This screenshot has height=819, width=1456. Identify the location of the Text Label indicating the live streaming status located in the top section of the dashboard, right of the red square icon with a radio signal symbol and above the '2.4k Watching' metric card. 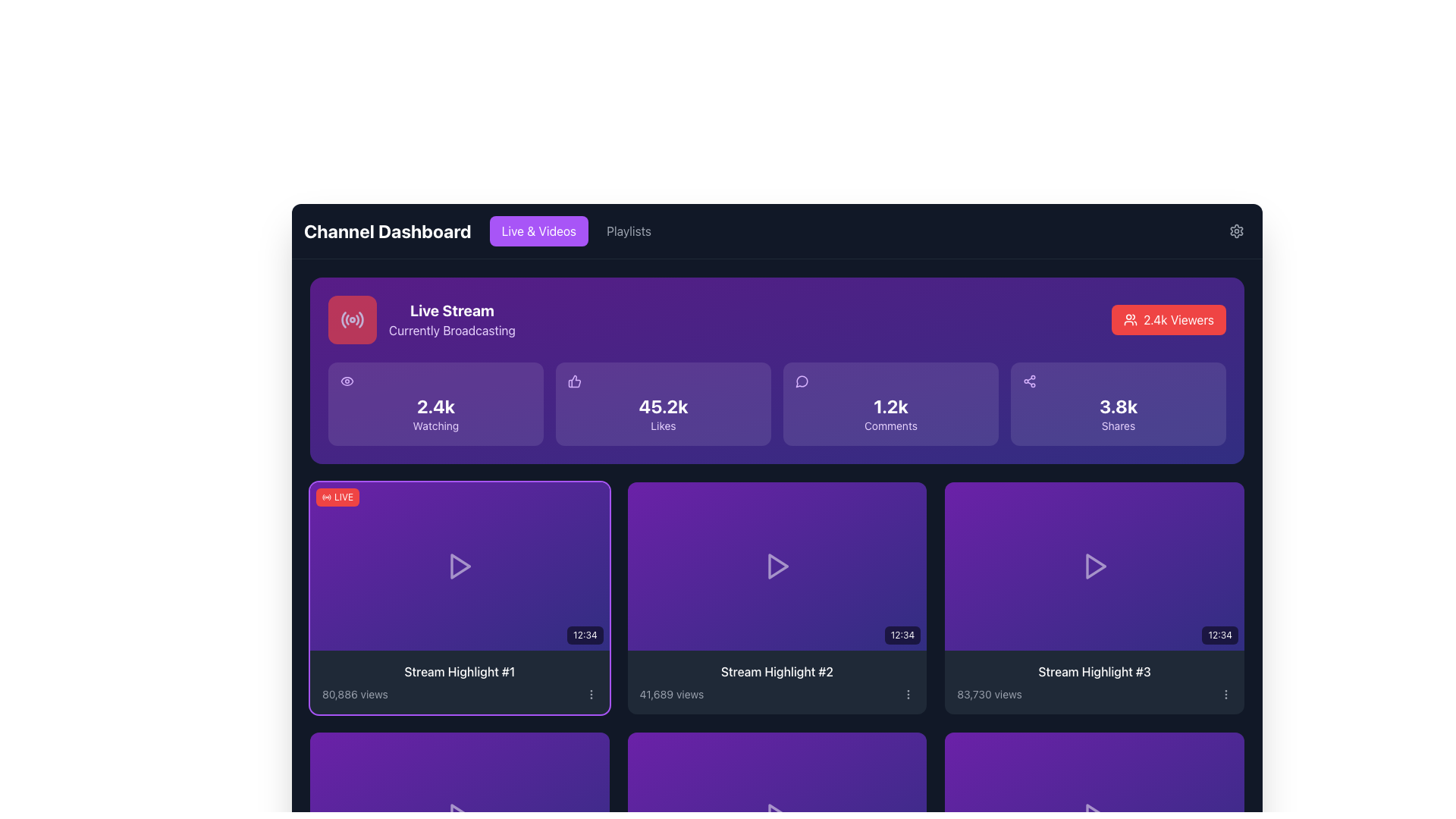
(451, 318).